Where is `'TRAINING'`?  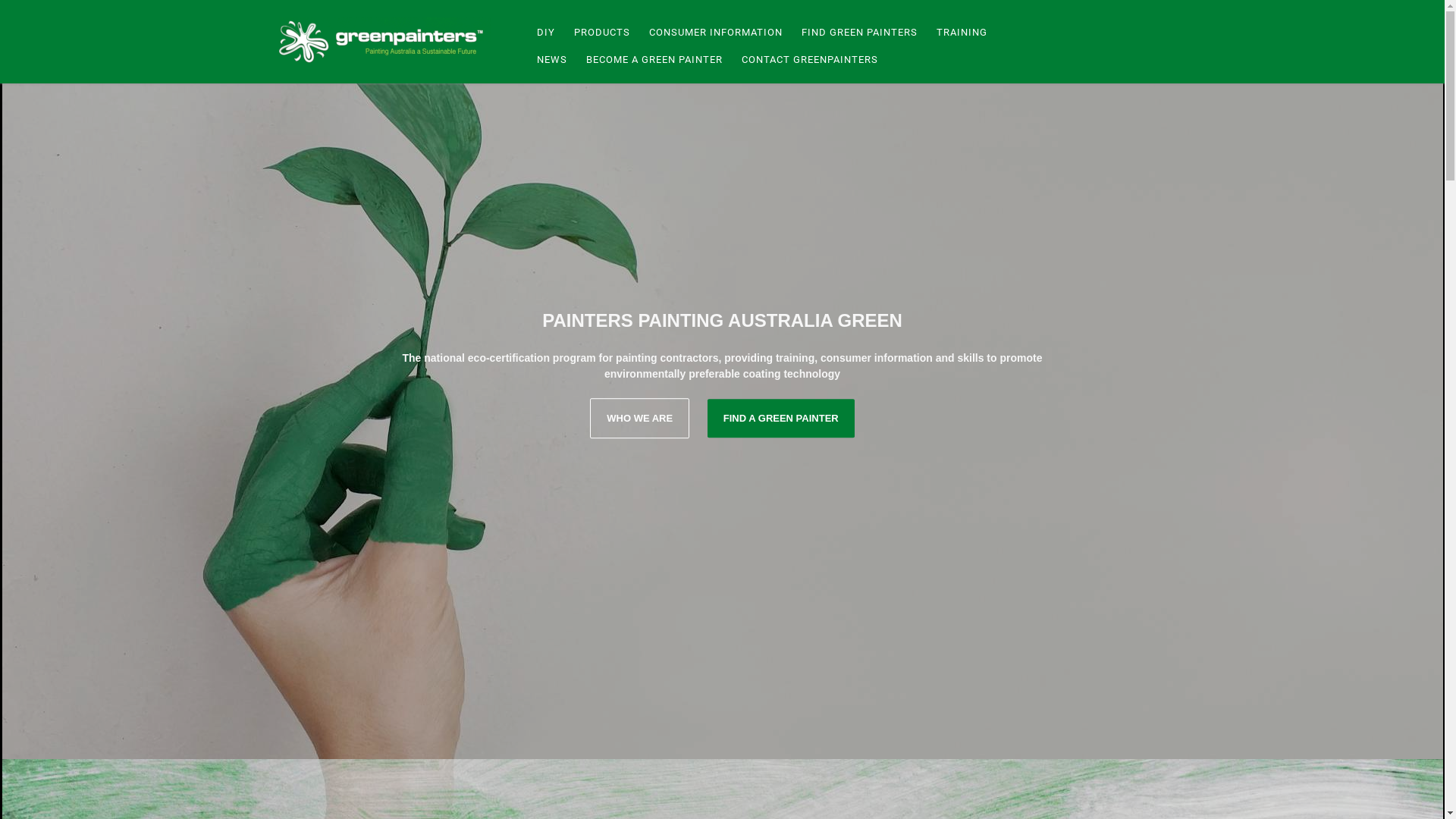 'TRAINING' is located at coordinates (959, 32).